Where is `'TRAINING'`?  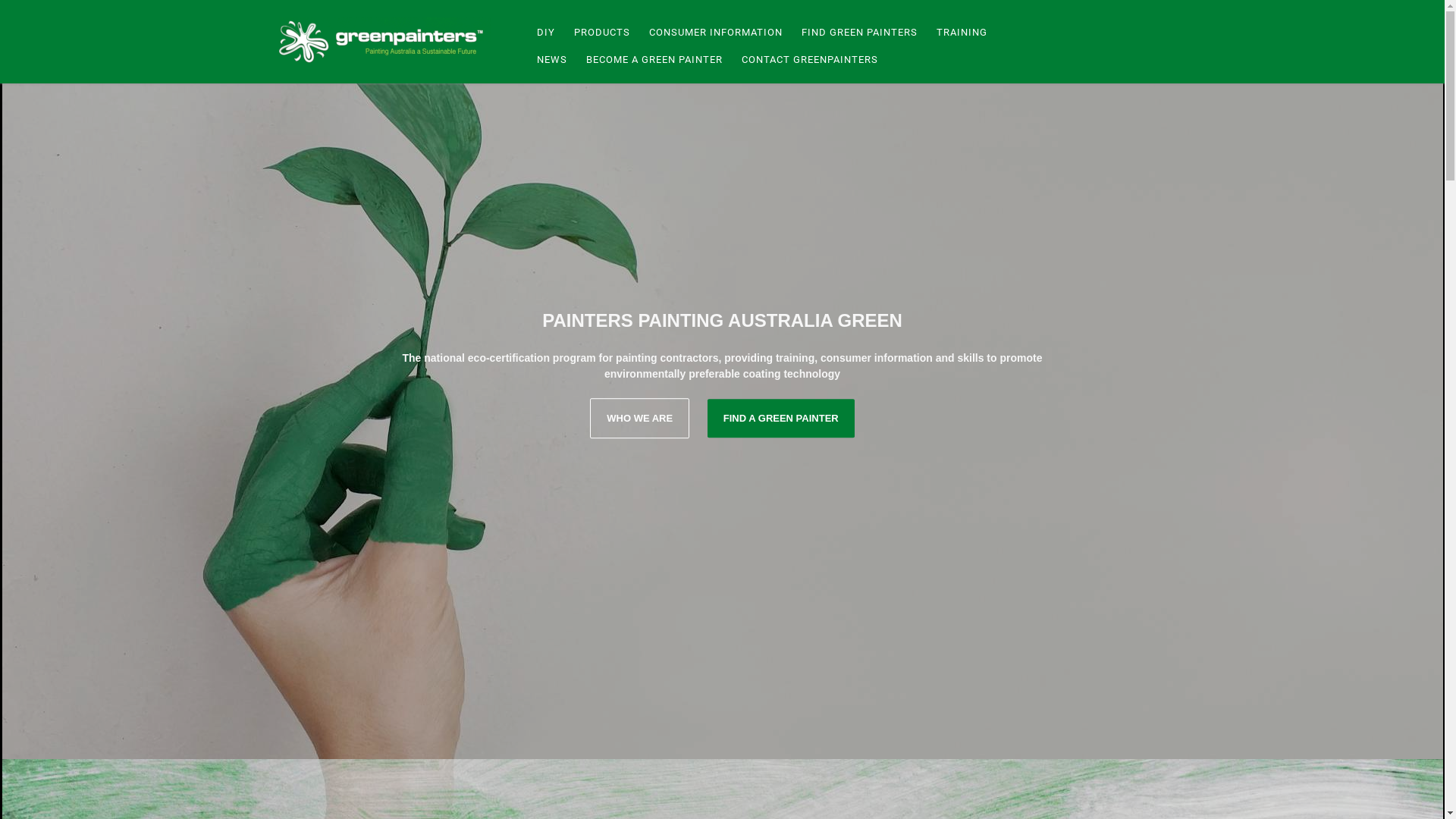 'TRAINING' is located at coordinates (959, 32).